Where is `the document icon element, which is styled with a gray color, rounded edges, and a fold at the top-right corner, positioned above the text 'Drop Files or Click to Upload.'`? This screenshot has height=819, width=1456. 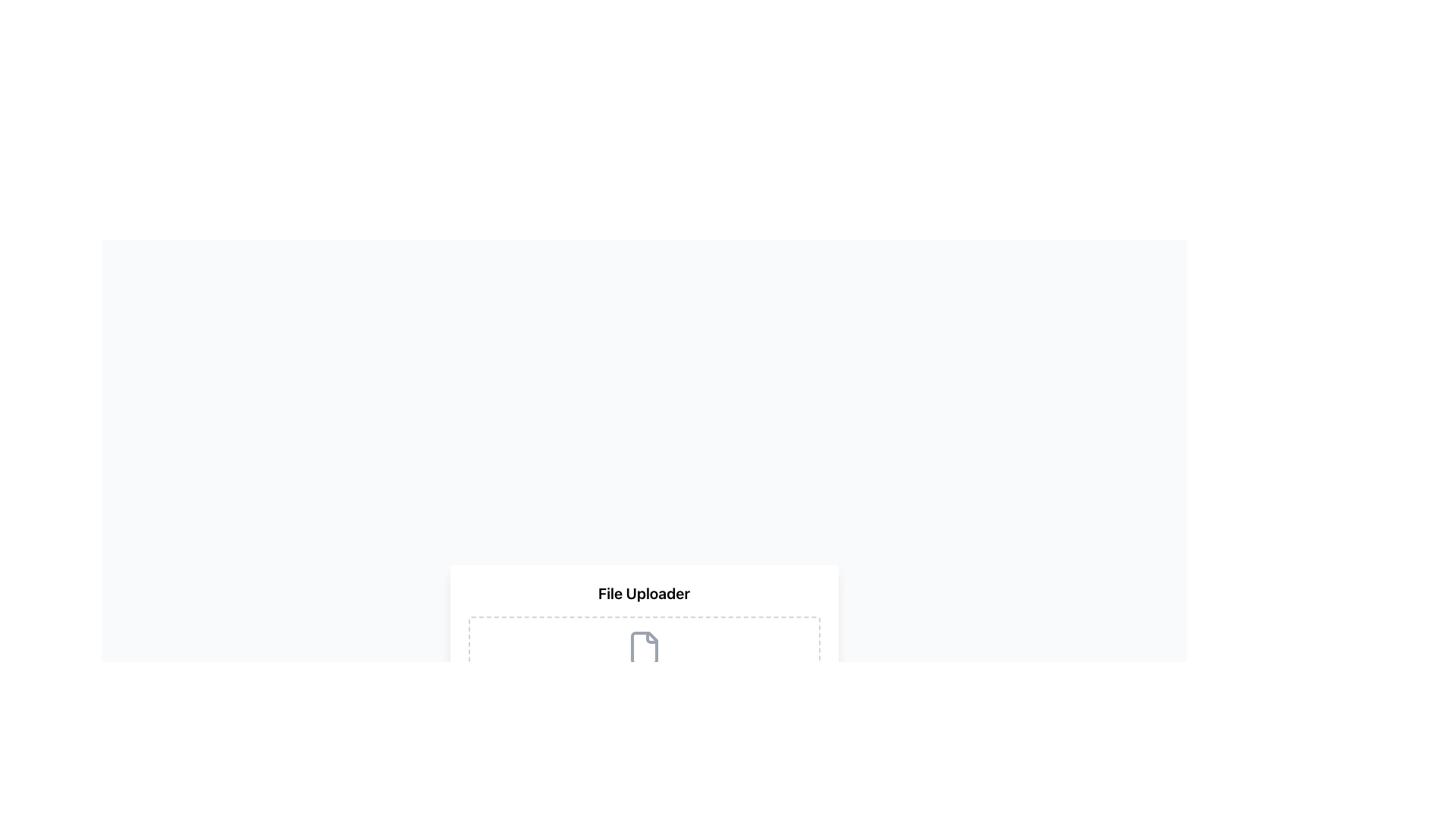
the document icon element, which is styled with a gray color, rounded edges, and a fold at the top-right corner, positioned above the text 'Drop Files or Click to Upload.' is located at coordinates (644, 648).